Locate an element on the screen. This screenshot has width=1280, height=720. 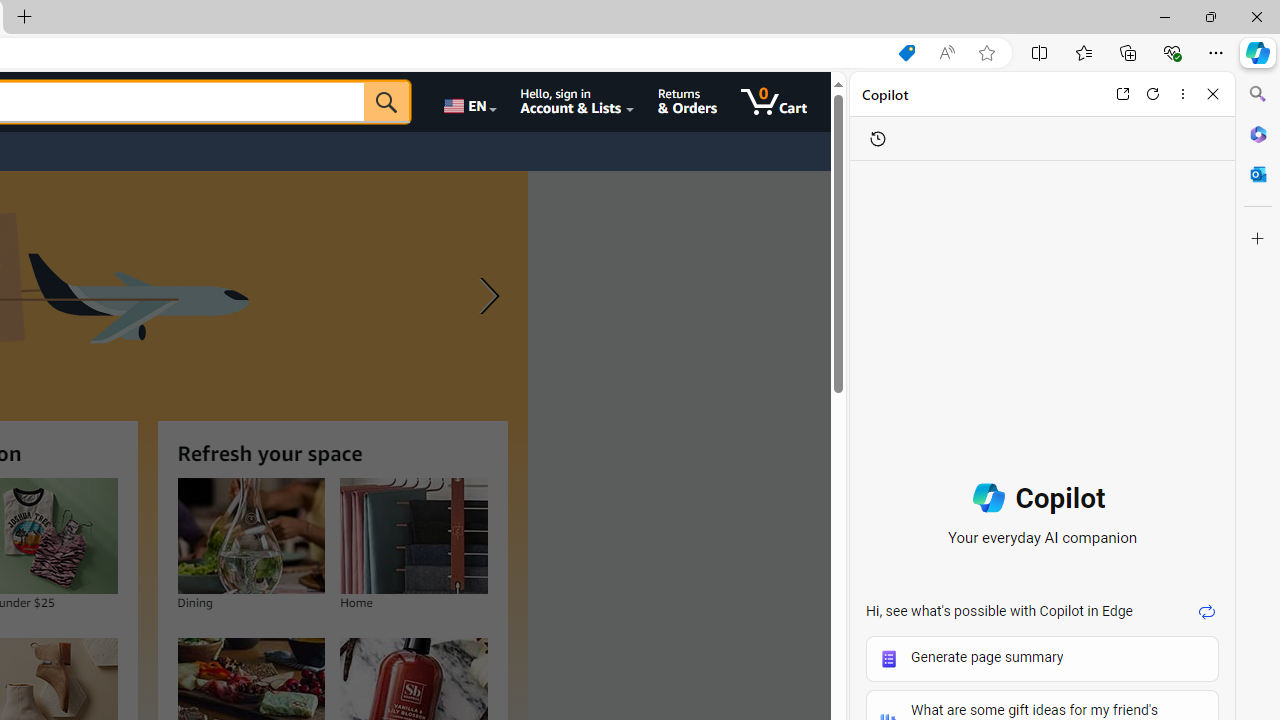
'Choose a language for shopping.' is located at coordinates (468, 101).